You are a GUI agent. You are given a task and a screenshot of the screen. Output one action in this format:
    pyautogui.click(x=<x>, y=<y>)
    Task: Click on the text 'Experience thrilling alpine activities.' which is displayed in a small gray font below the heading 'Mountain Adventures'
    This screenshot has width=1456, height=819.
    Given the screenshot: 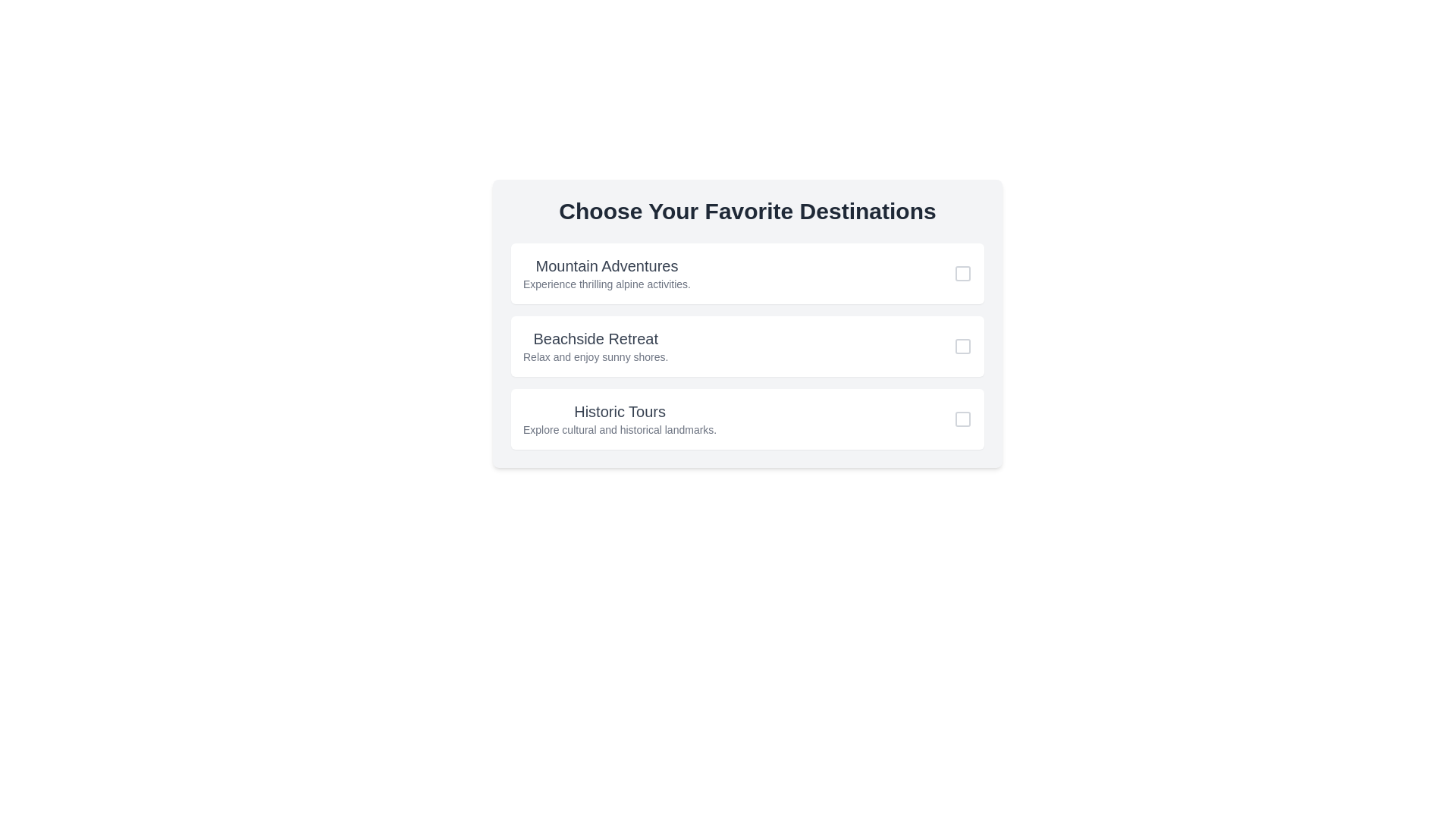 What is the action you would take?
    pyautogui.click(x=607, y=284)
    